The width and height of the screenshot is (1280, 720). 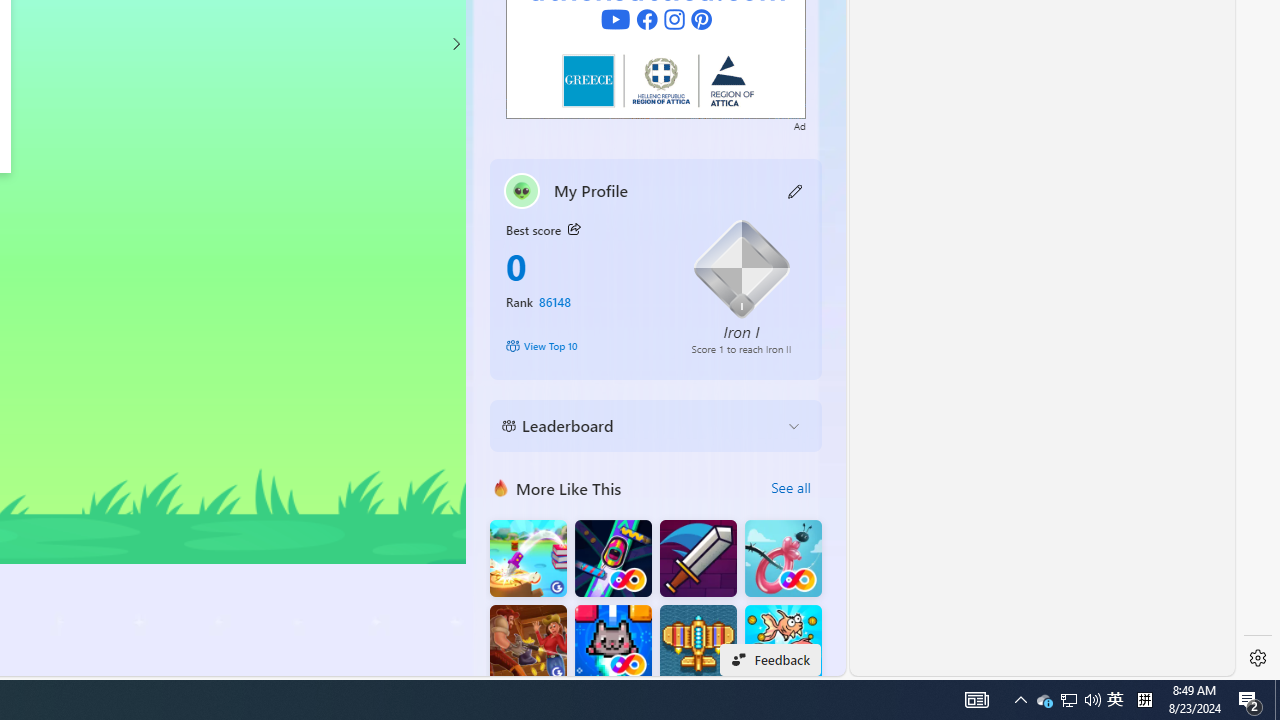 I want to click on 'Kitten Force FRVR', so click(x=612, y=643).